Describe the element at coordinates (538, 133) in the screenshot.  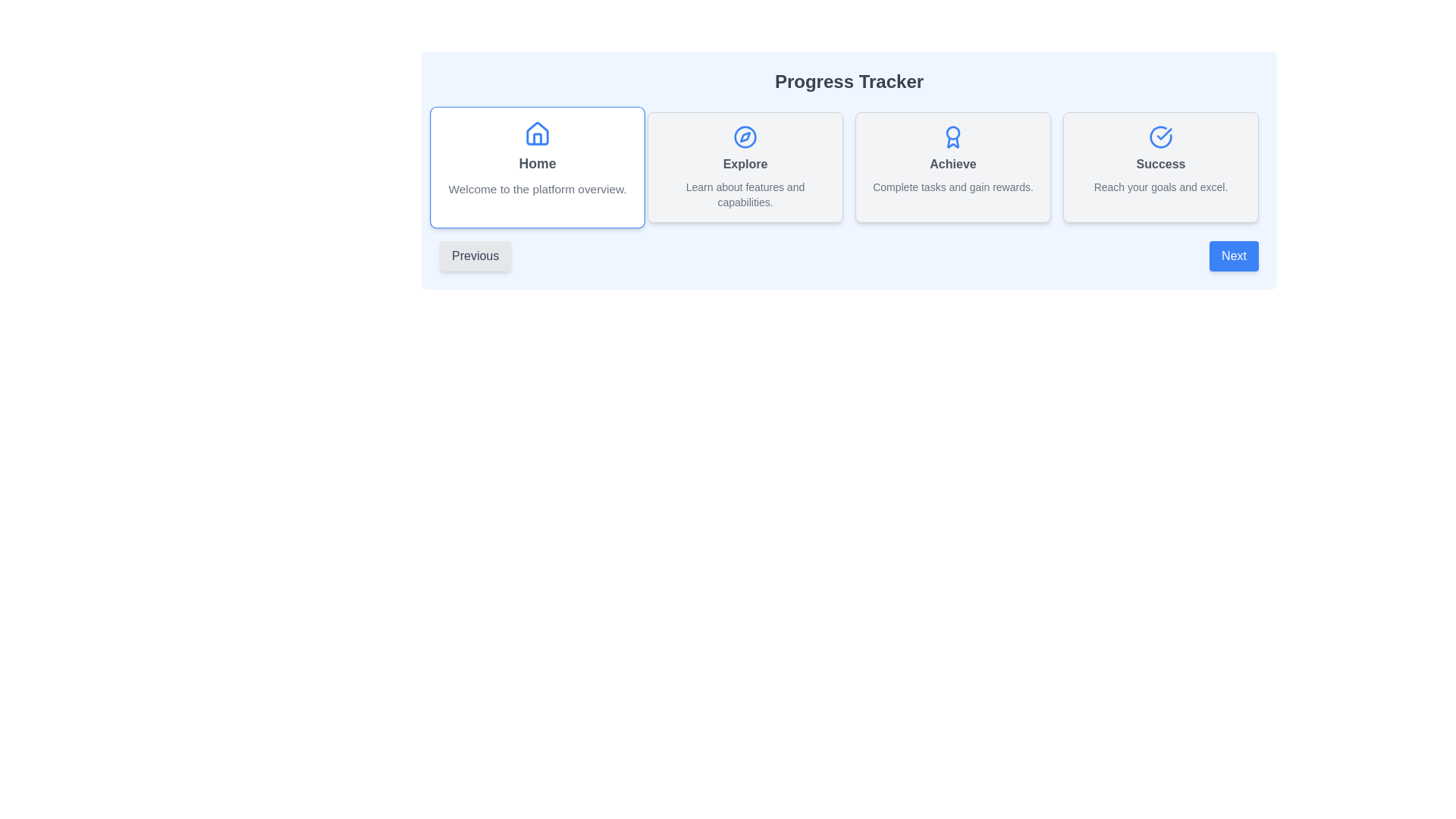
I see `the blue-colored house icon located at the top center of the card with 'Home' text below it` at that location.